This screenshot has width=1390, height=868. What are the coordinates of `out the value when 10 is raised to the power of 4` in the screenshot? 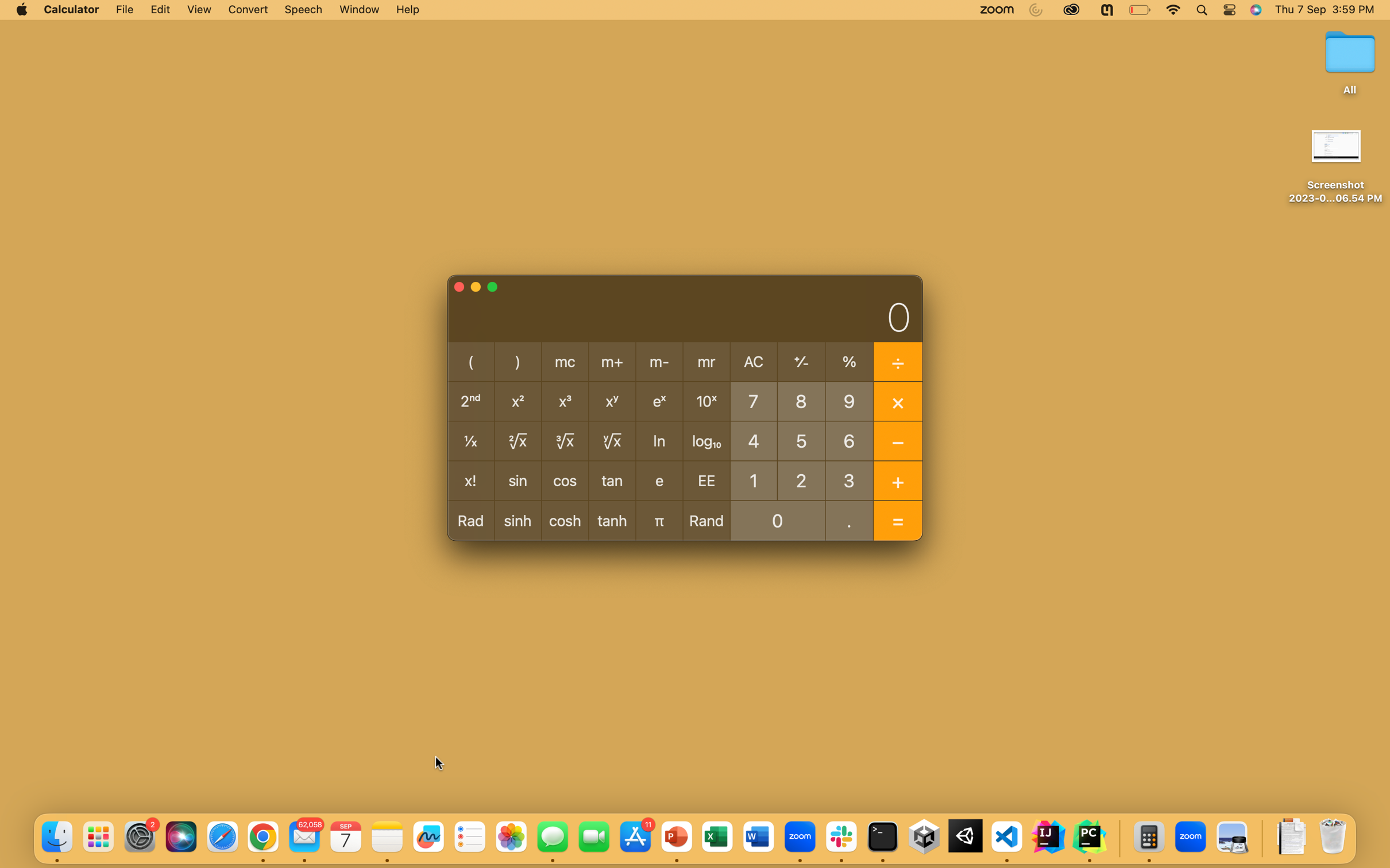 It's located at (752, 440).